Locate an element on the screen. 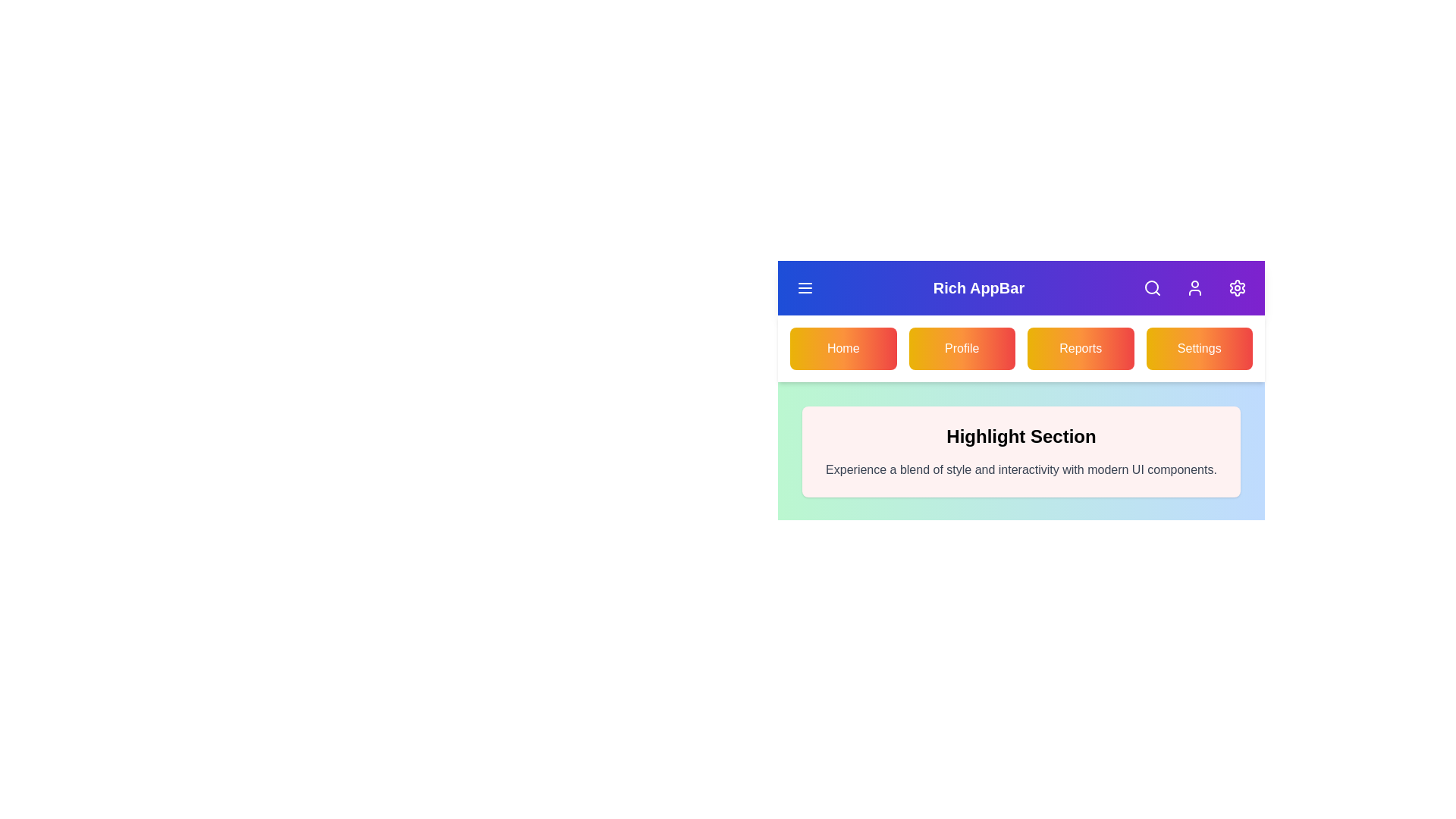  the Reports navigation button is located at coordinates (1080, 348).